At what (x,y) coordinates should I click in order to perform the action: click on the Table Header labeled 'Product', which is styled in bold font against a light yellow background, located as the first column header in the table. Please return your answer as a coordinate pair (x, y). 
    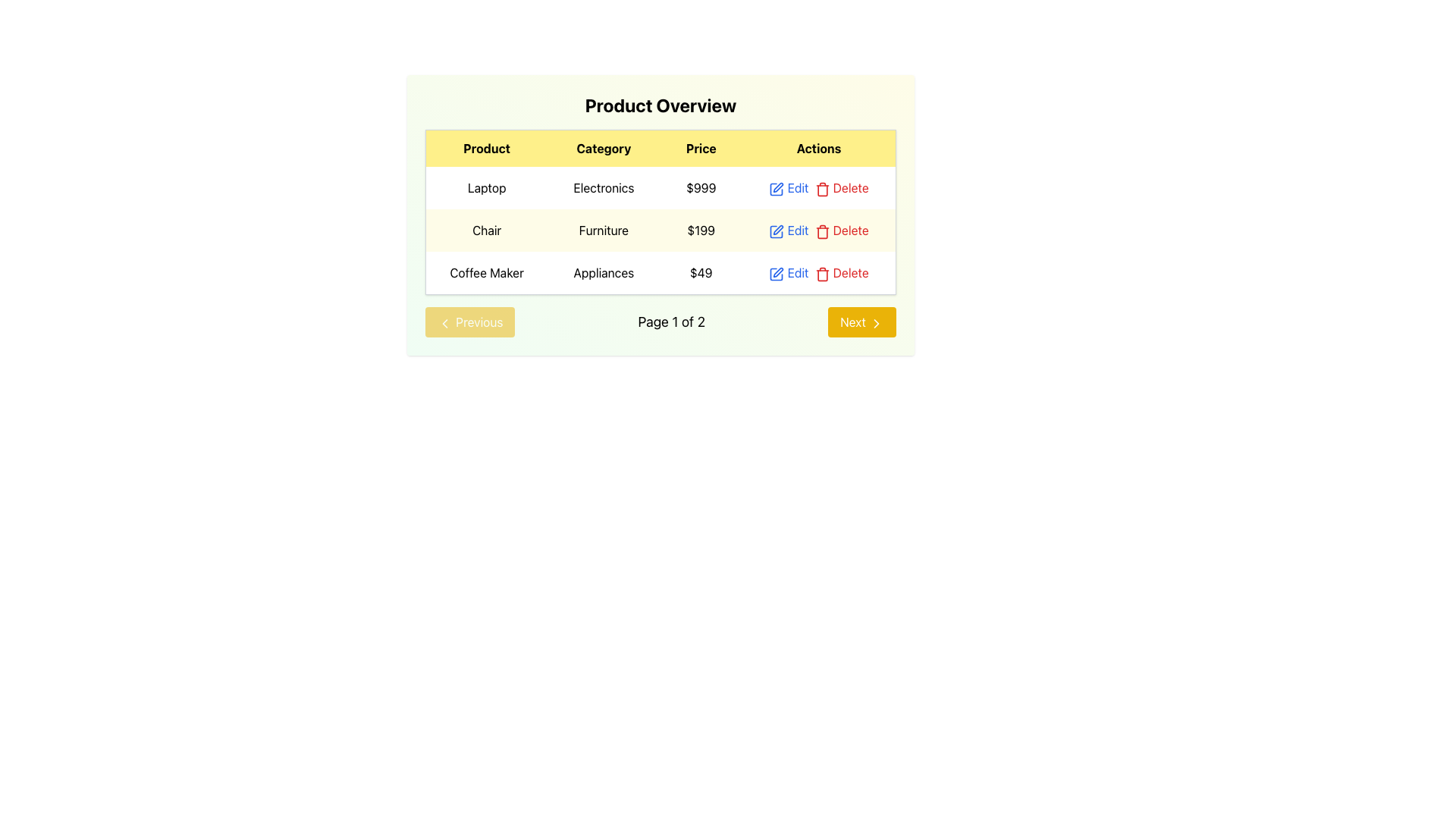
    Looking at the image, I should click on (486, 148).